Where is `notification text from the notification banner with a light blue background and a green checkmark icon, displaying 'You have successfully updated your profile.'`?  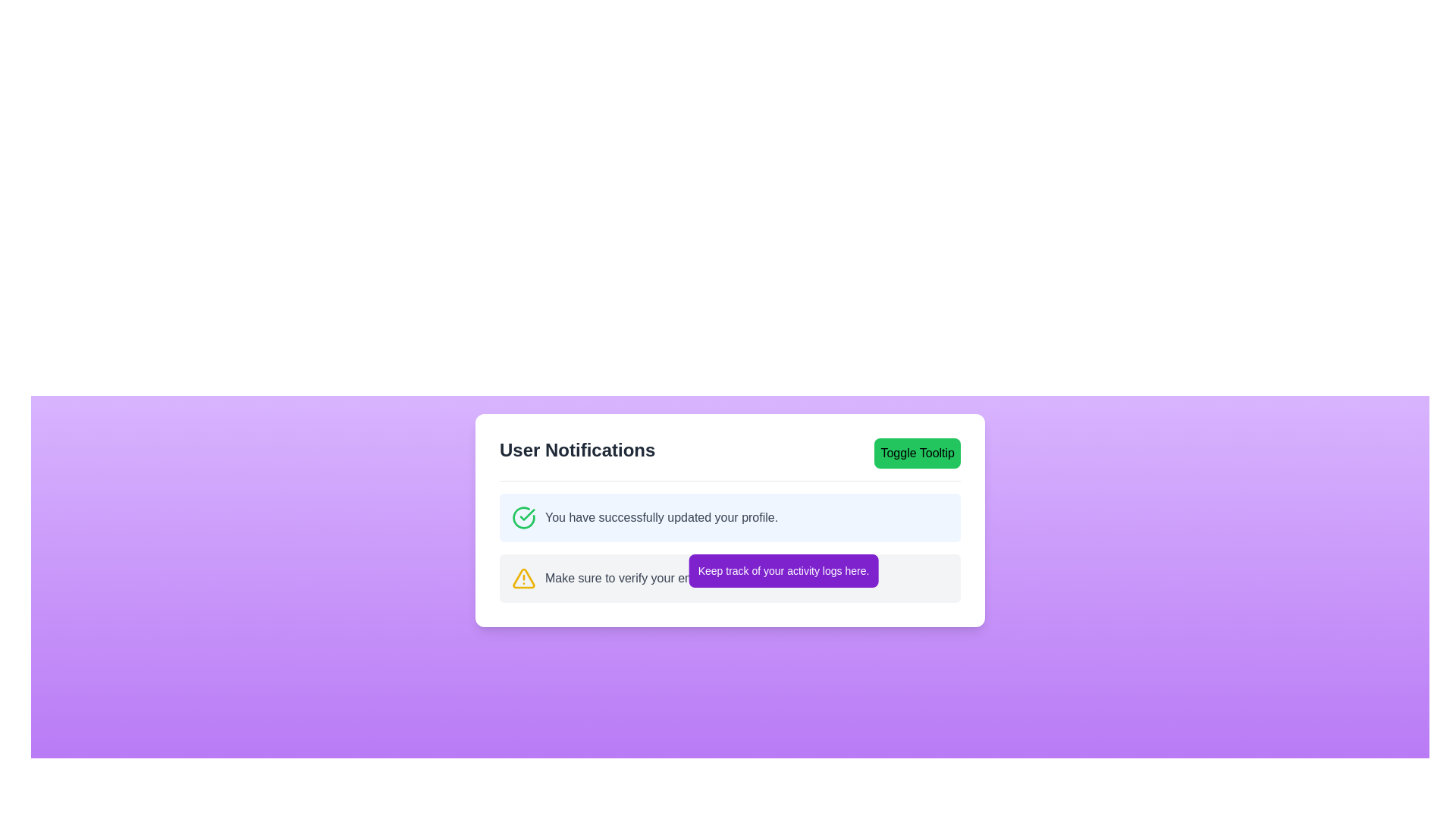
notification text from the notification banner with a light blue background and a green checkmark icon, displaying 'You have successfully updated your profile.' is located at coordinates (730, 516).